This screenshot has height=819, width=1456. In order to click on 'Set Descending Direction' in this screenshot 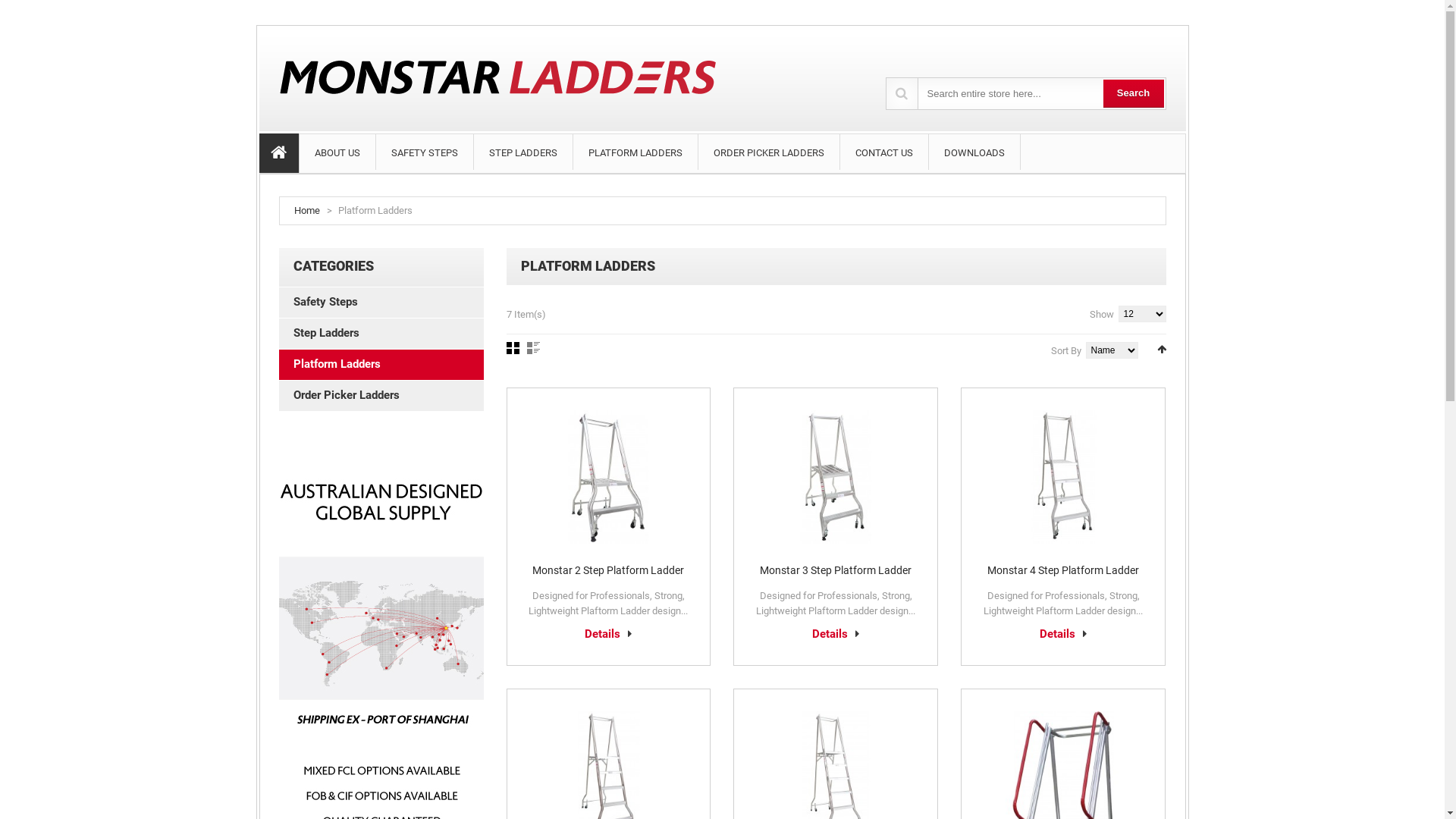, I will do `click(1160, 349)`.